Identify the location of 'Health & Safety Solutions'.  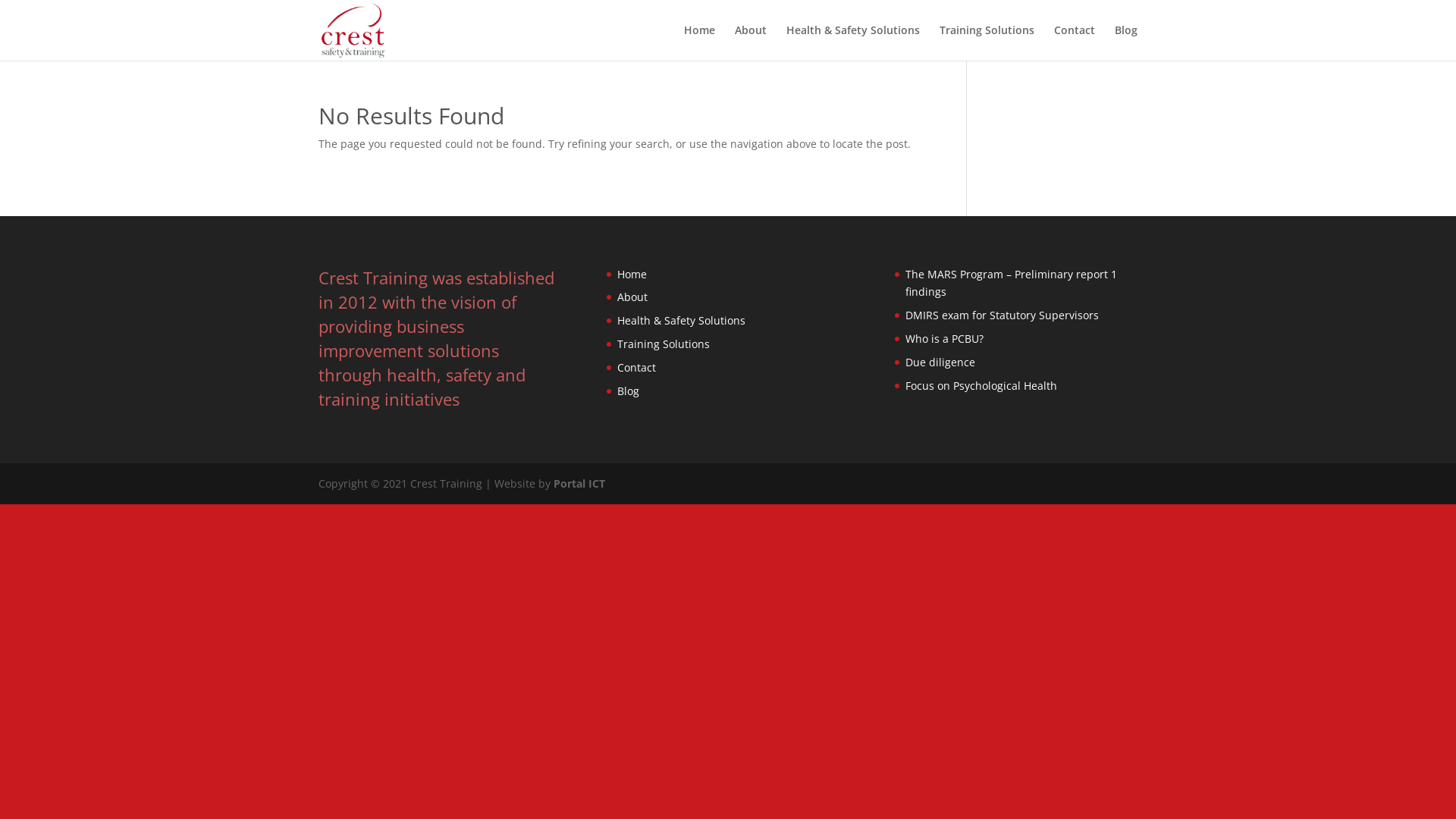
(786, 42).